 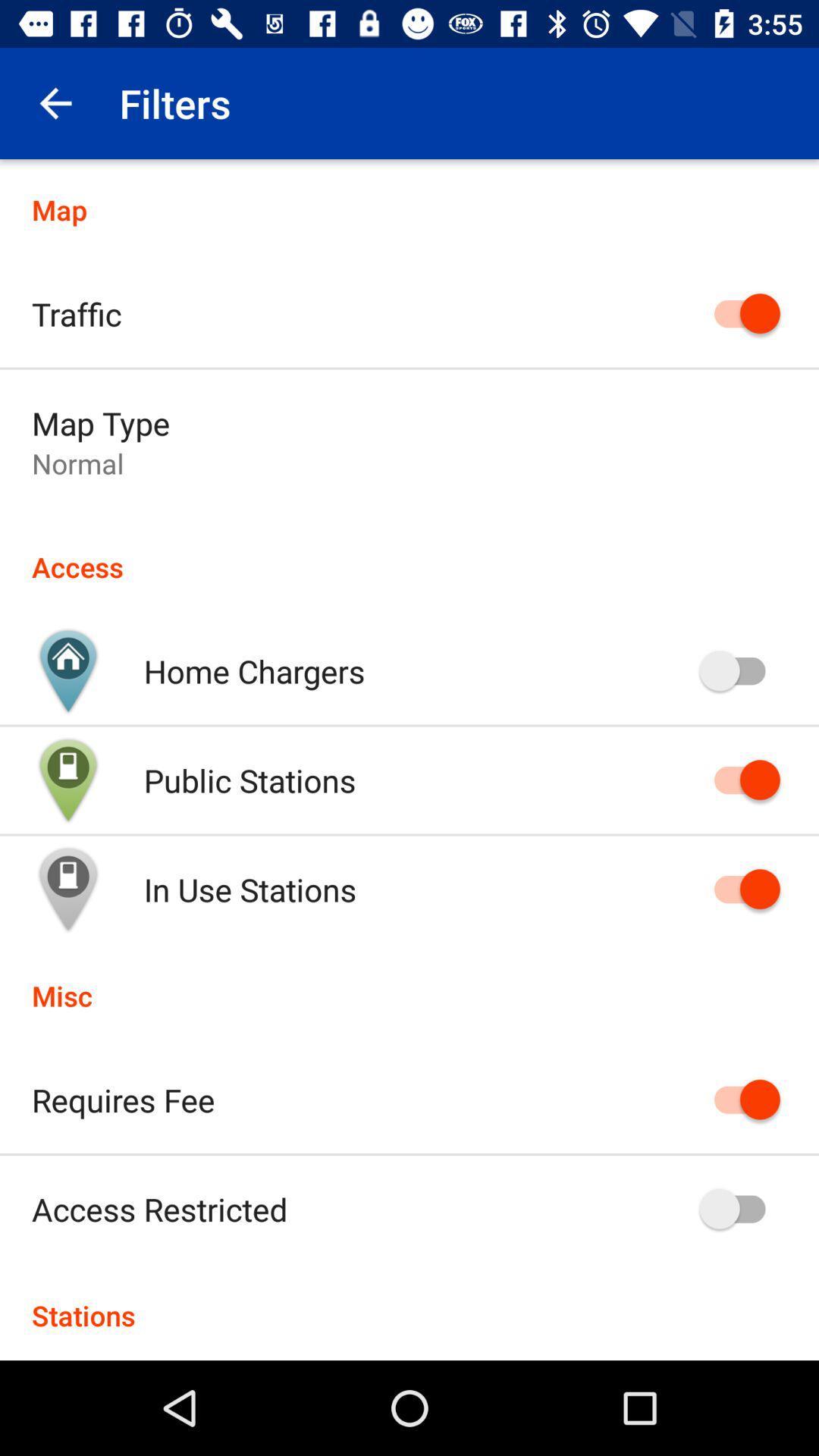 I want to click on icon above map item, so click(x=55, y=102).